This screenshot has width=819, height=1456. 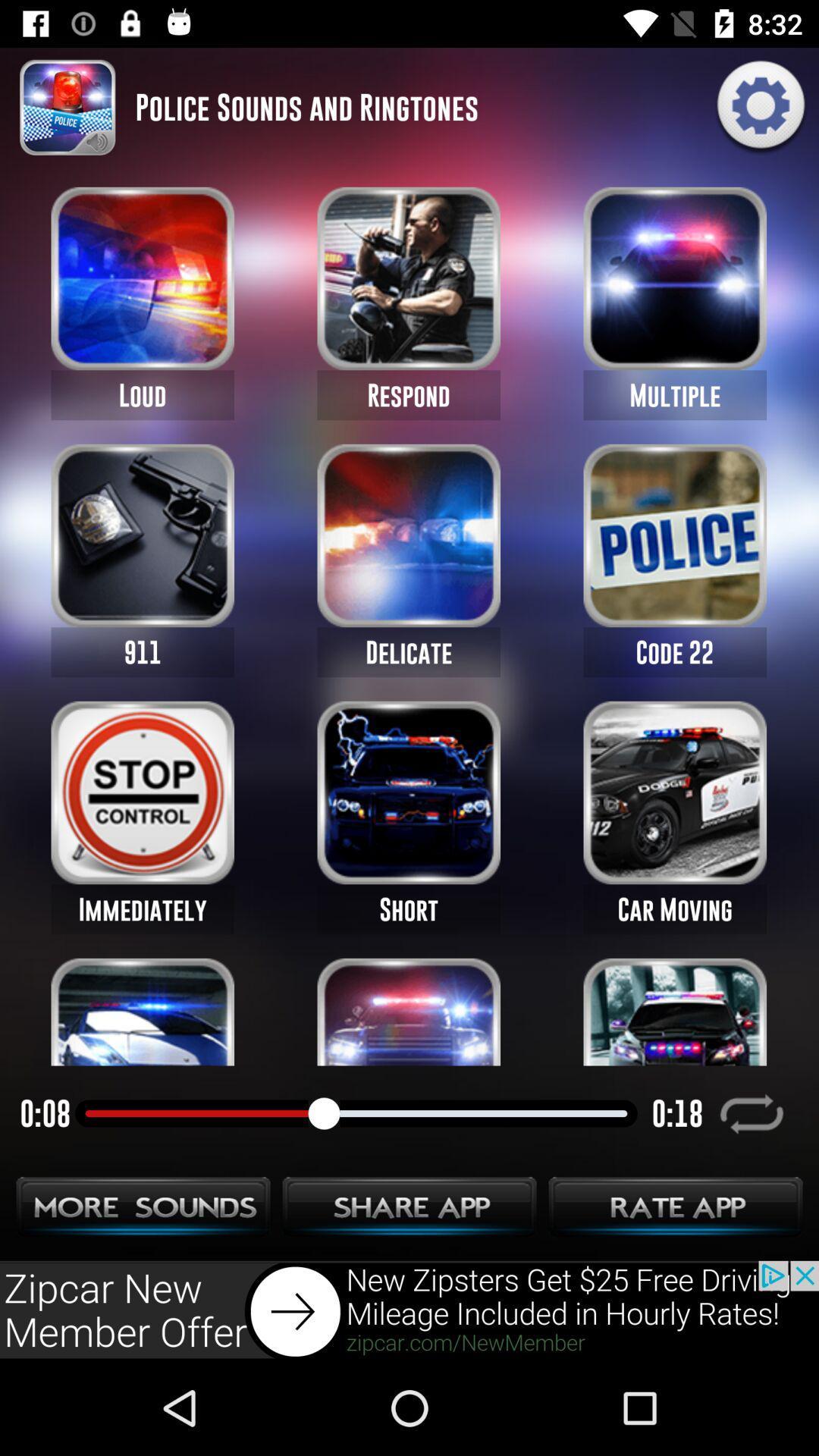 What do you see at coordinates (409, 1210) in the screenshot?
I see `the button which is next to more sounds` at bounding box center [409, 1210].